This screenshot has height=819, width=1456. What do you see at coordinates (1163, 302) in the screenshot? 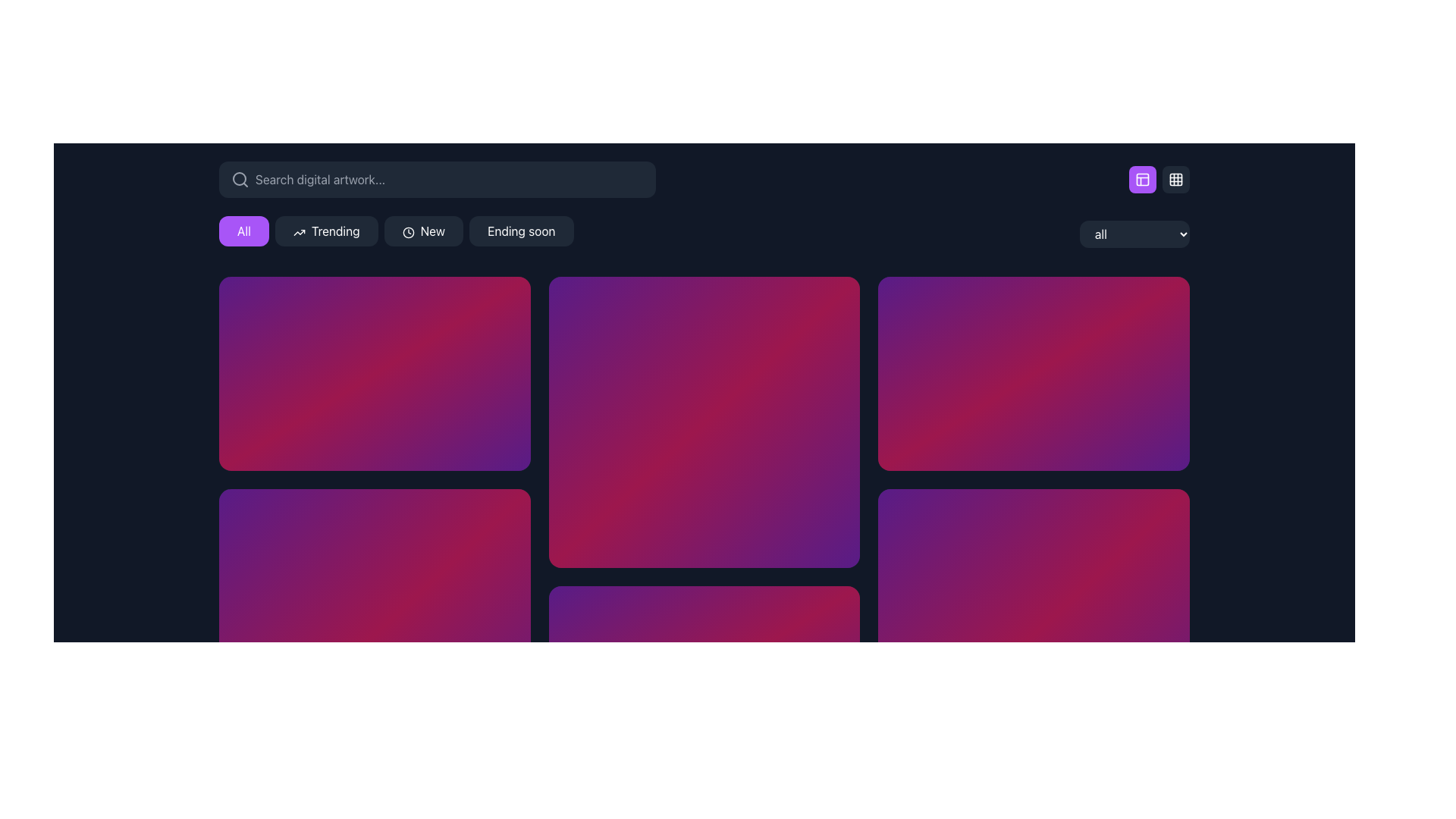
I see `the zoom-in control button located in the top-right corner of the interface, which is the second button in a group of circular buttons` at bounding box center [1163, 302].